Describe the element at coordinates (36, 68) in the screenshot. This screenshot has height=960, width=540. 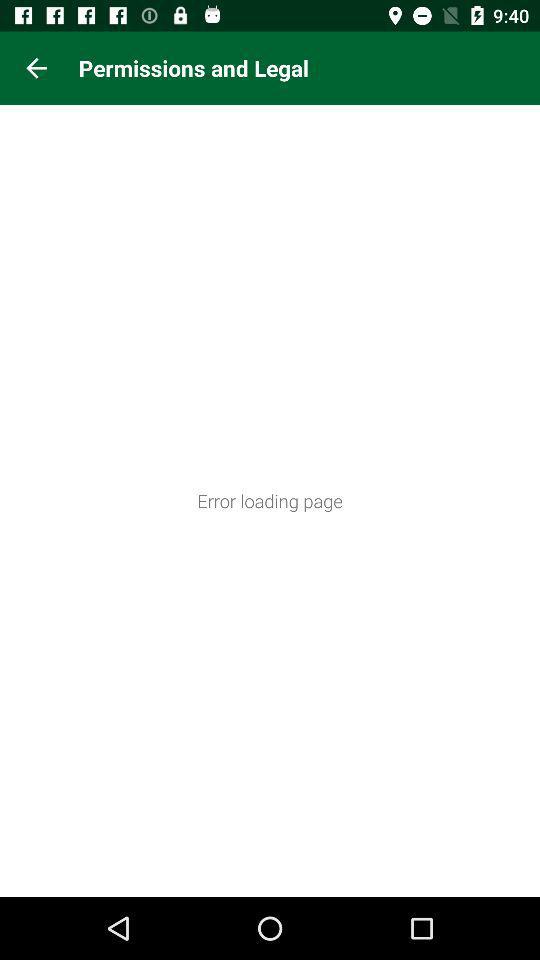
I see `icon at the top left corner` at that location.